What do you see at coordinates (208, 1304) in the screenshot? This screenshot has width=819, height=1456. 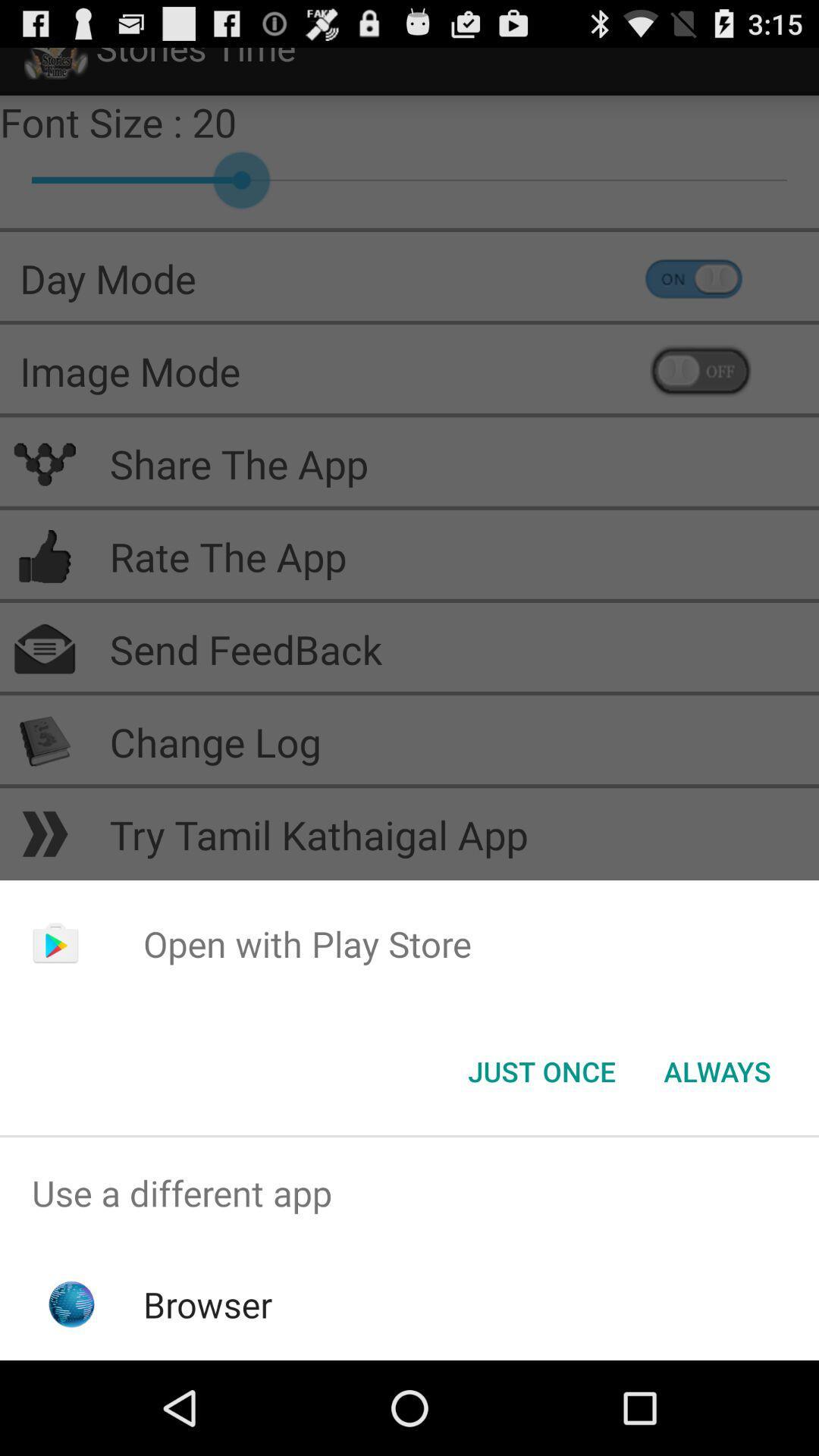 I see `the item below use a different` at bounding box center [208, 1304].